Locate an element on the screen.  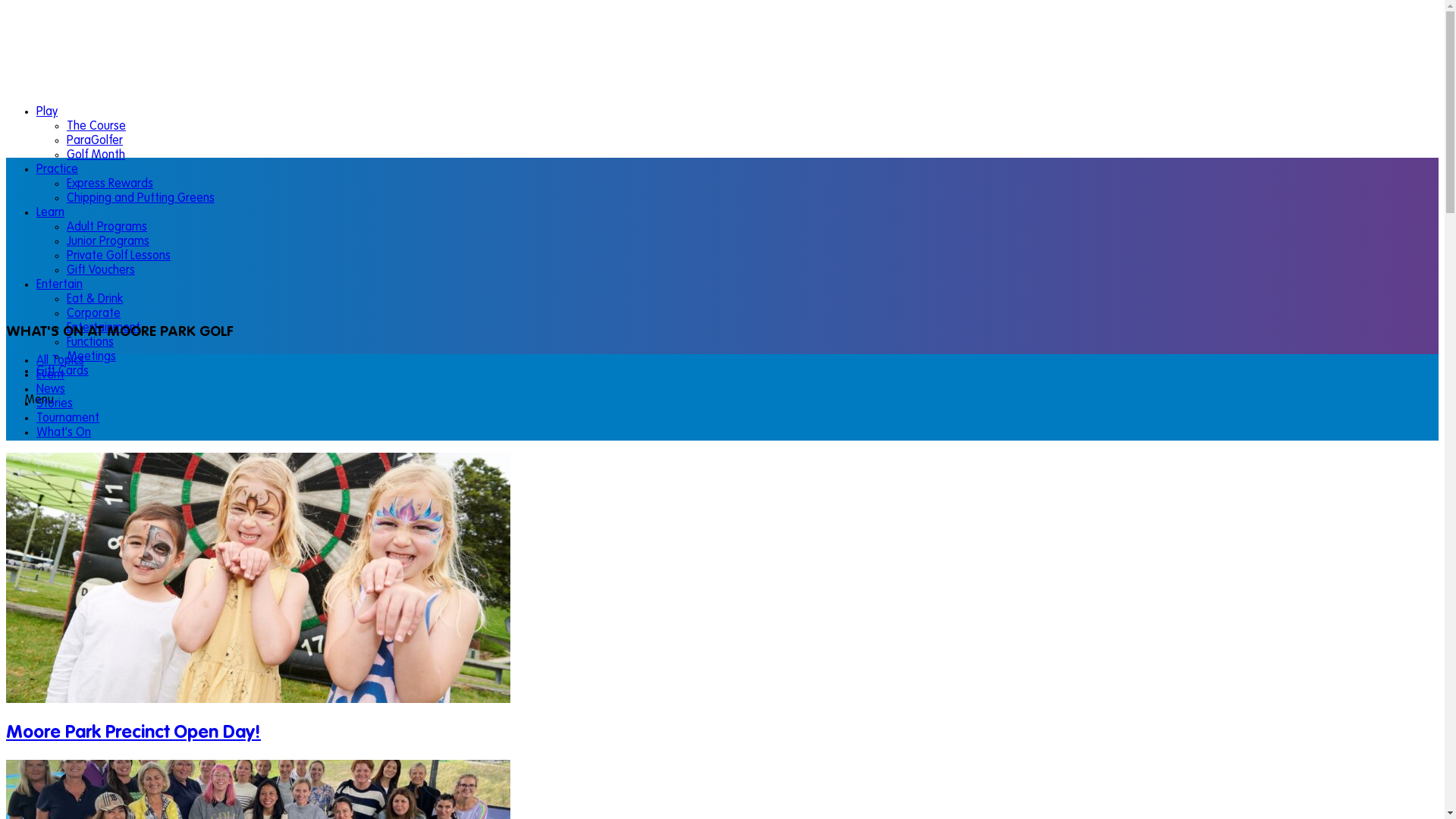
'Junior Programs' is located at coordinates (107, 241).